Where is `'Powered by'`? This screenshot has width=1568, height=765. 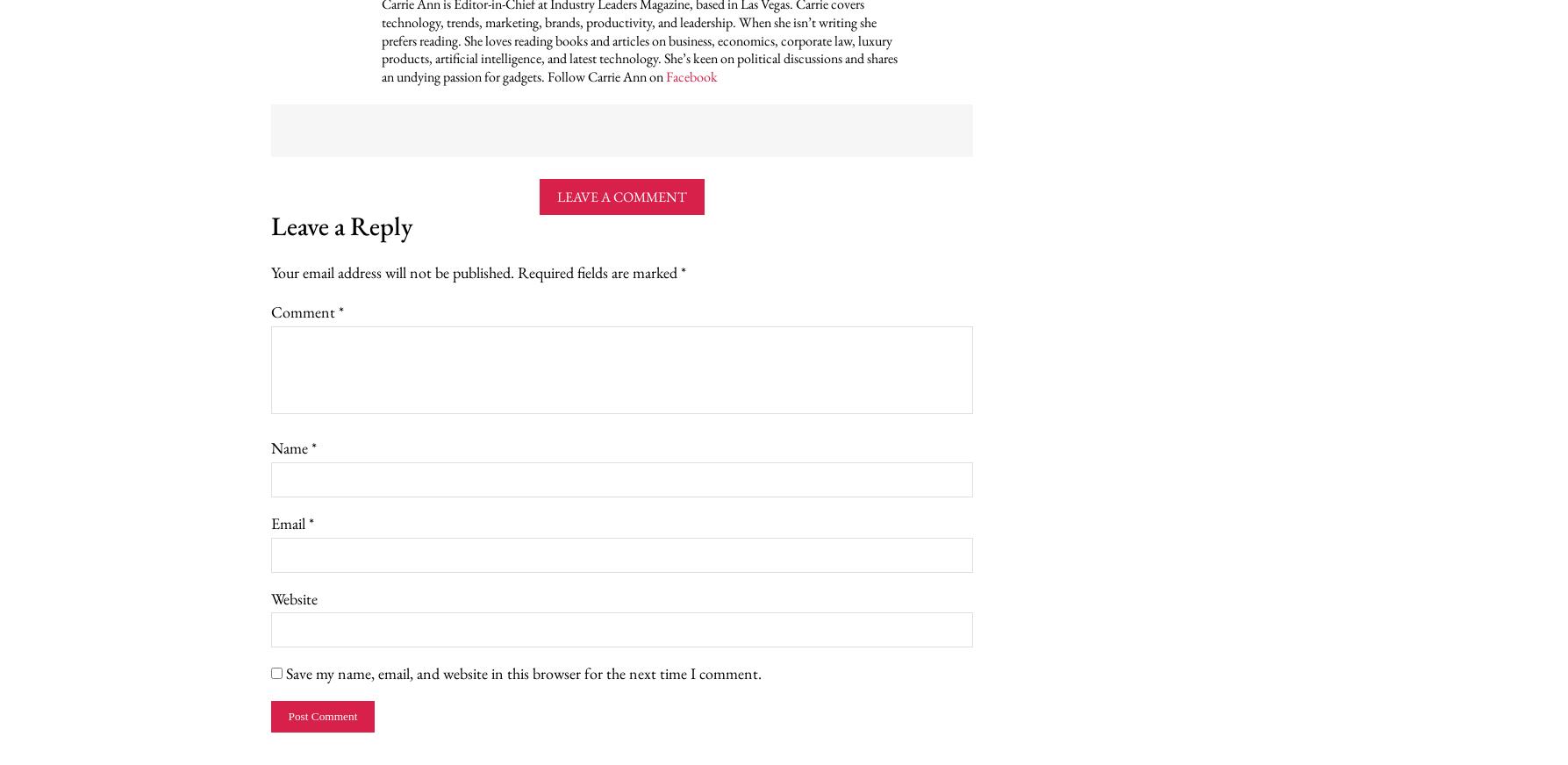 'Powered by' is located at coordinates (228, 124).